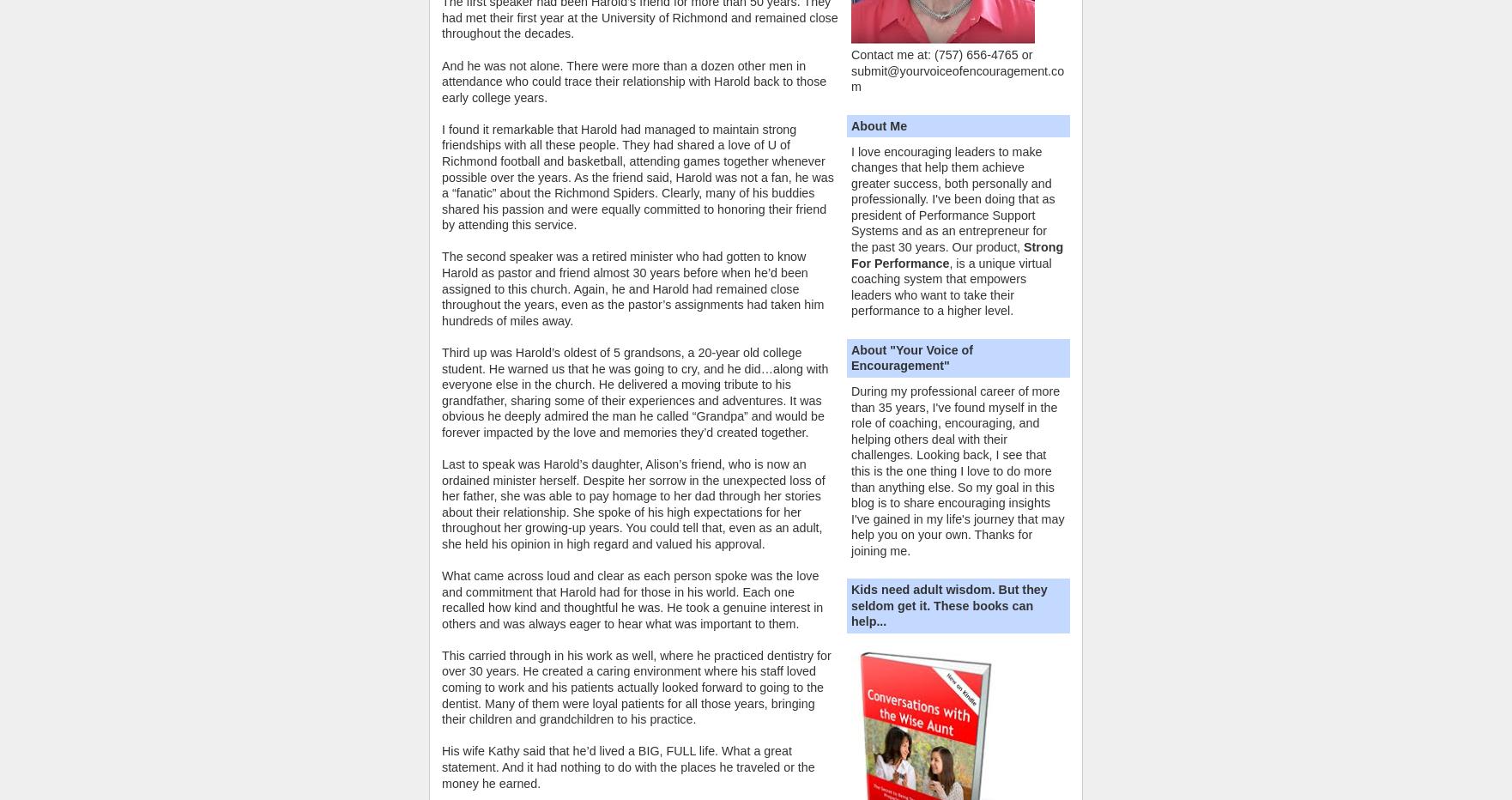 The width and height of the screenshot is (1512, 800). Describe the element at coordinates (635, 687) in the screenshot. I see `'This carried through in his work as well, where he practiced dentistry for over 30 years. He created a caring environment where his staff loved coming to work and his patients actually looked forward to going to the dentist. Many of them were loyal patients for all those years, bringing their children and grandchildren to his practice.'` at that location.